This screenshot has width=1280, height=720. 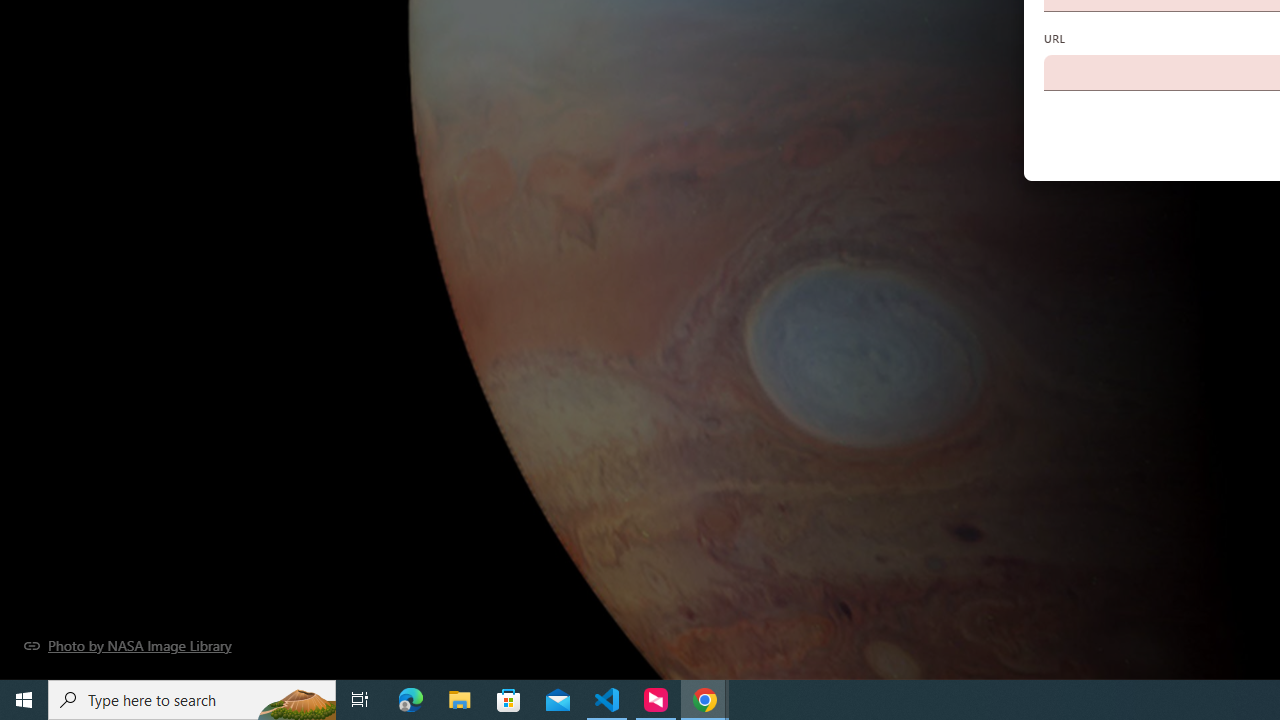 What do you see at coordinates (410, 698) in the screenshot?
I see `'Microsoft Edge'` at bounding box center [410, 698].